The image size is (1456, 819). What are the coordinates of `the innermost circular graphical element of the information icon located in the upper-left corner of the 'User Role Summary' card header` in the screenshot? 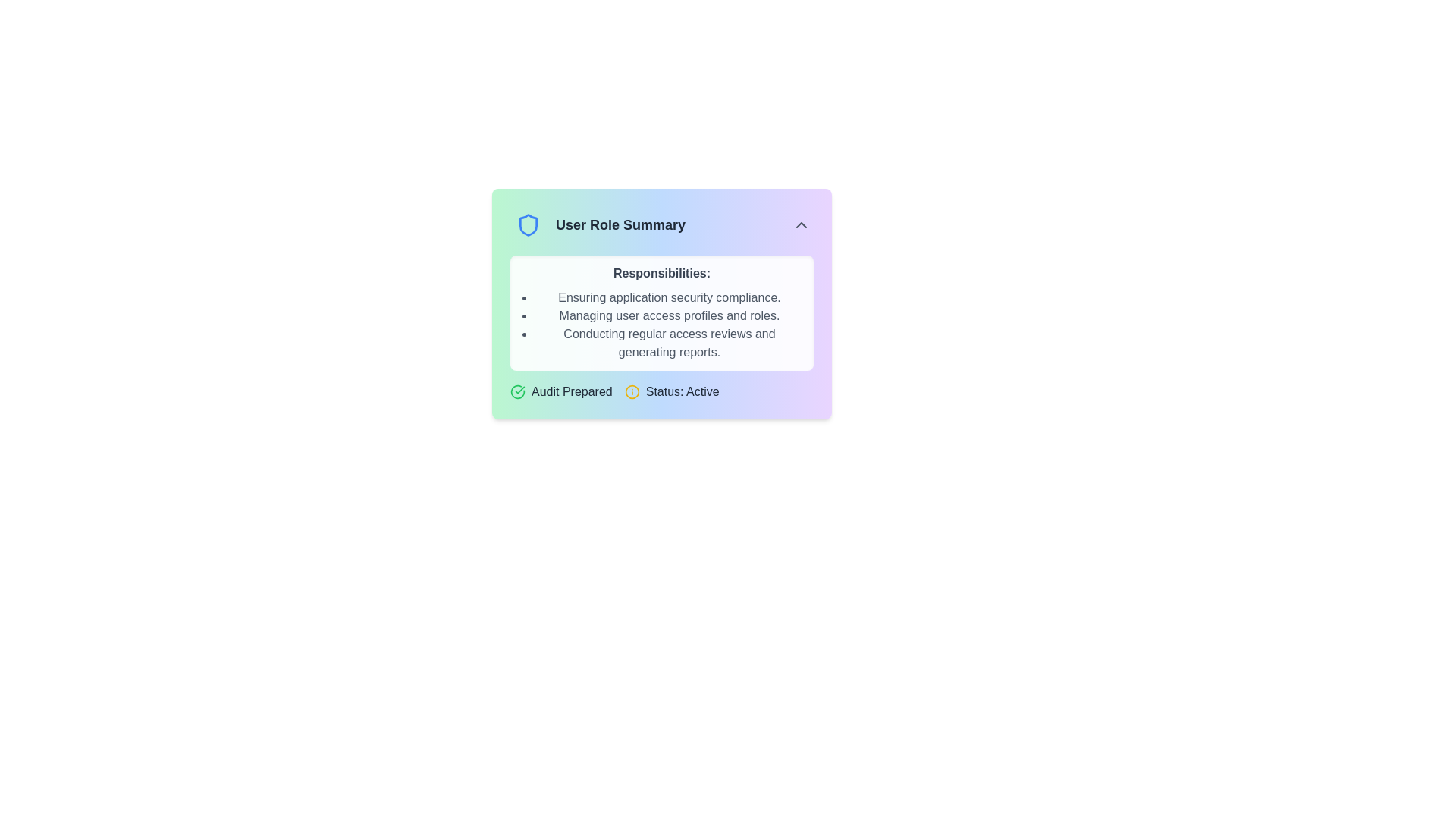 It's located at (632, 391).